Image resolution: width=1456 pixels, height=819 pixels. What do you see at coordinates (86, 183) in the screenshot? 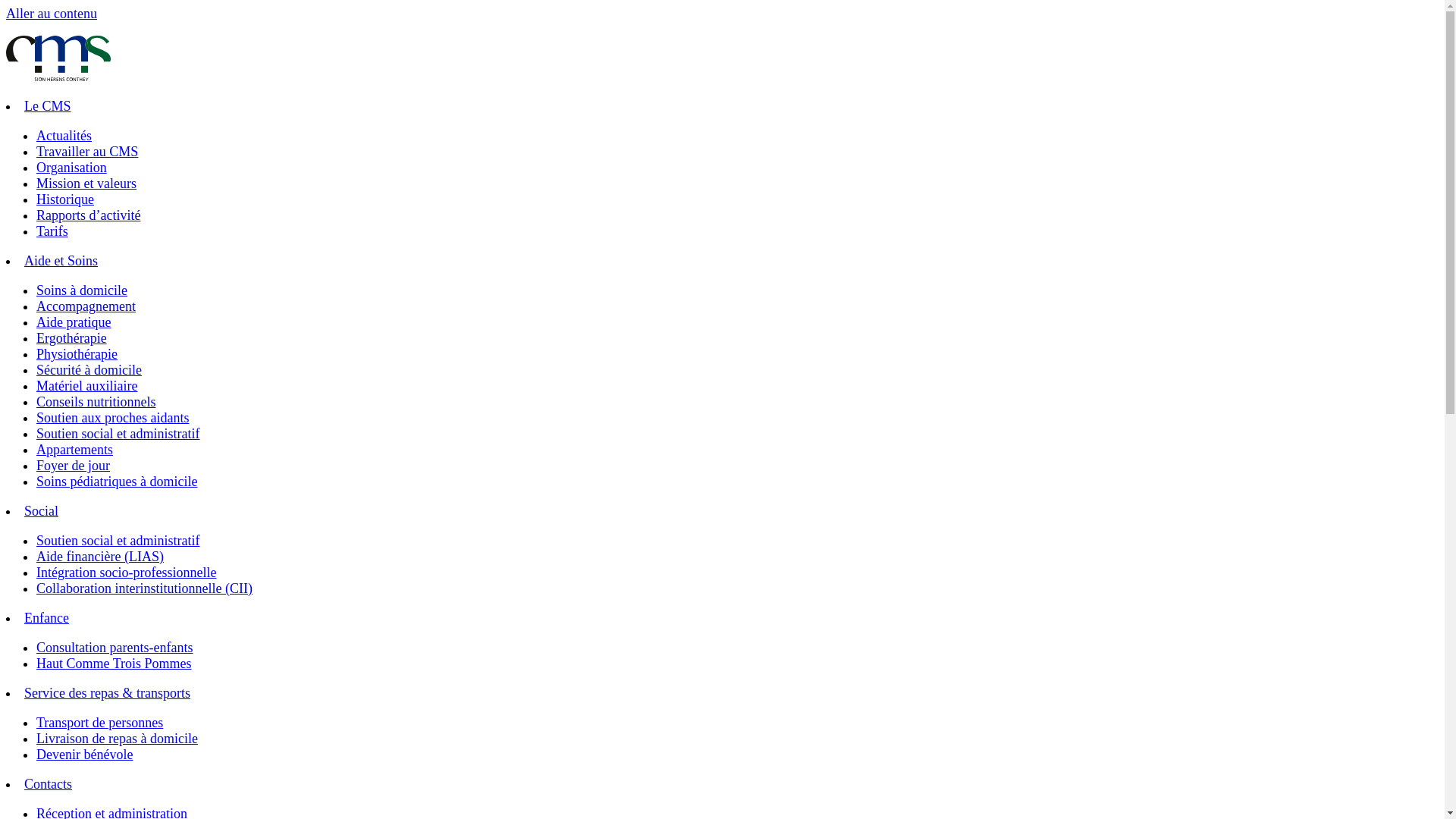
I see `'Mission et valeurs'` at bounding box center [86, 183].